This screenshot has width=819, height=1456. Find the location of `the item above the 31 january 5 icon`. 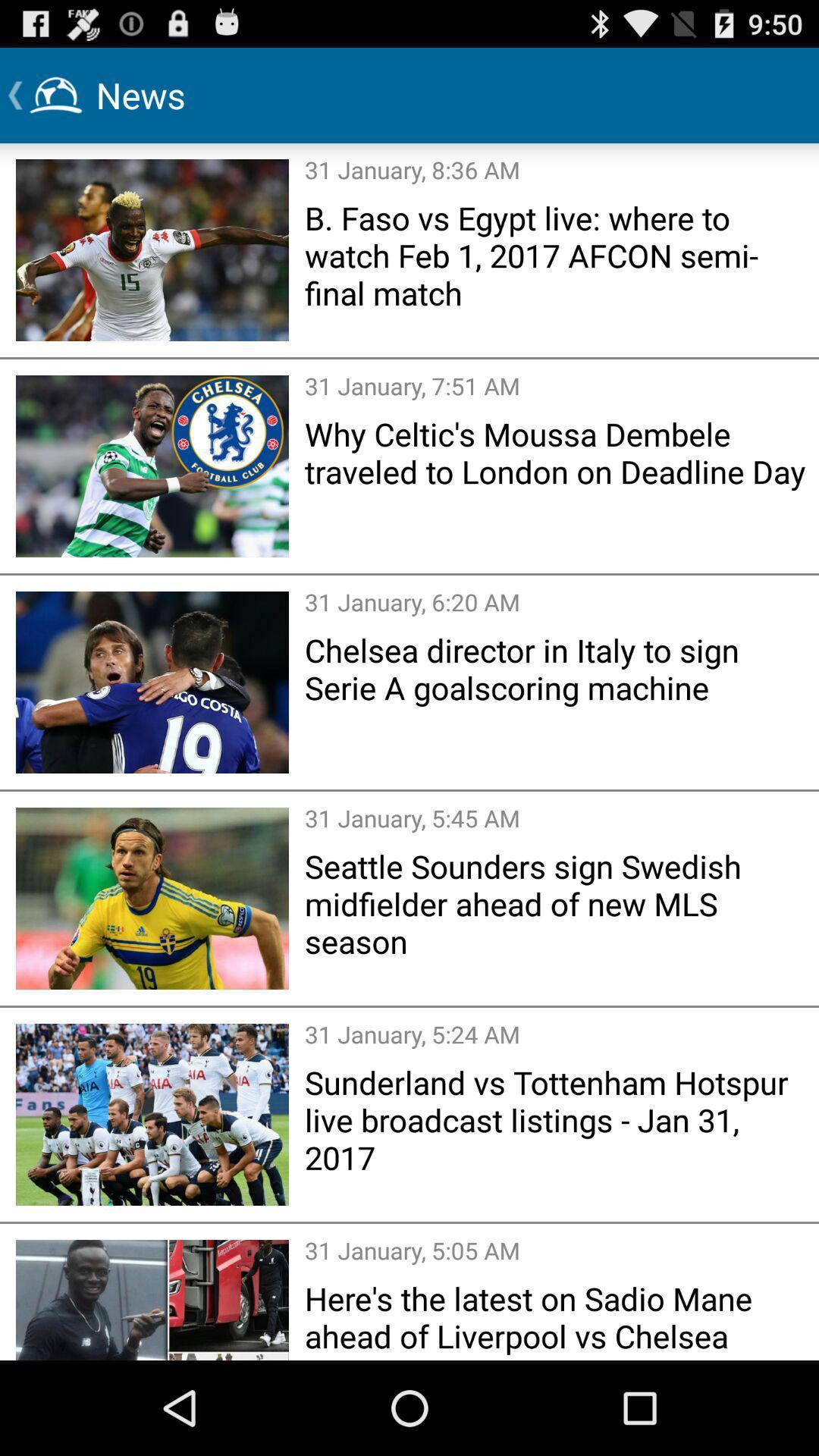

the item above the 31 january 5 icon is located at coordinates (557, 903).